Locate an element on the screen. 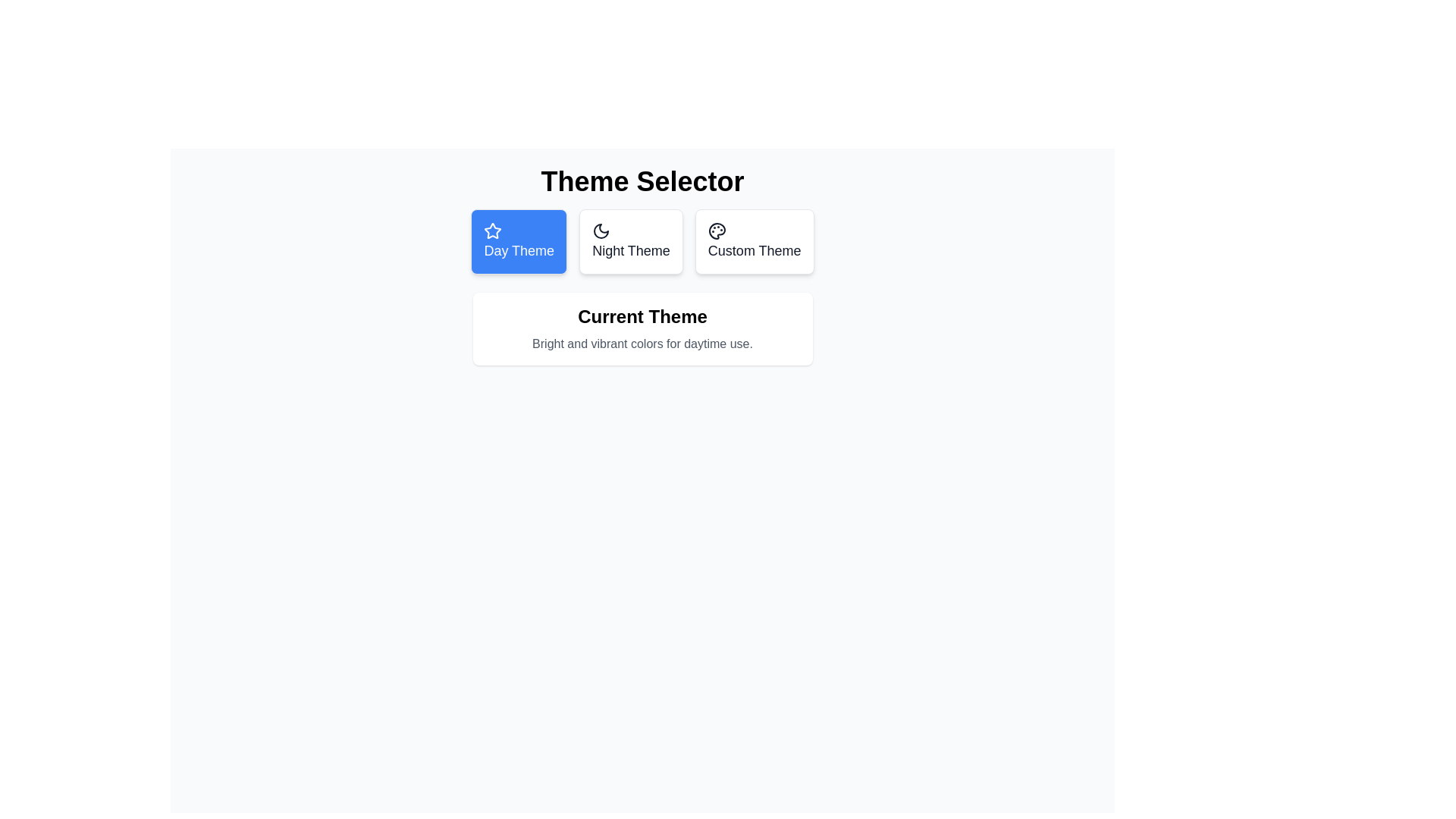 Image resolution: width=1456 pixels, height=819 pixels. the theme button Day Theme to observe its hover effect is located at coordinates (519, 241).